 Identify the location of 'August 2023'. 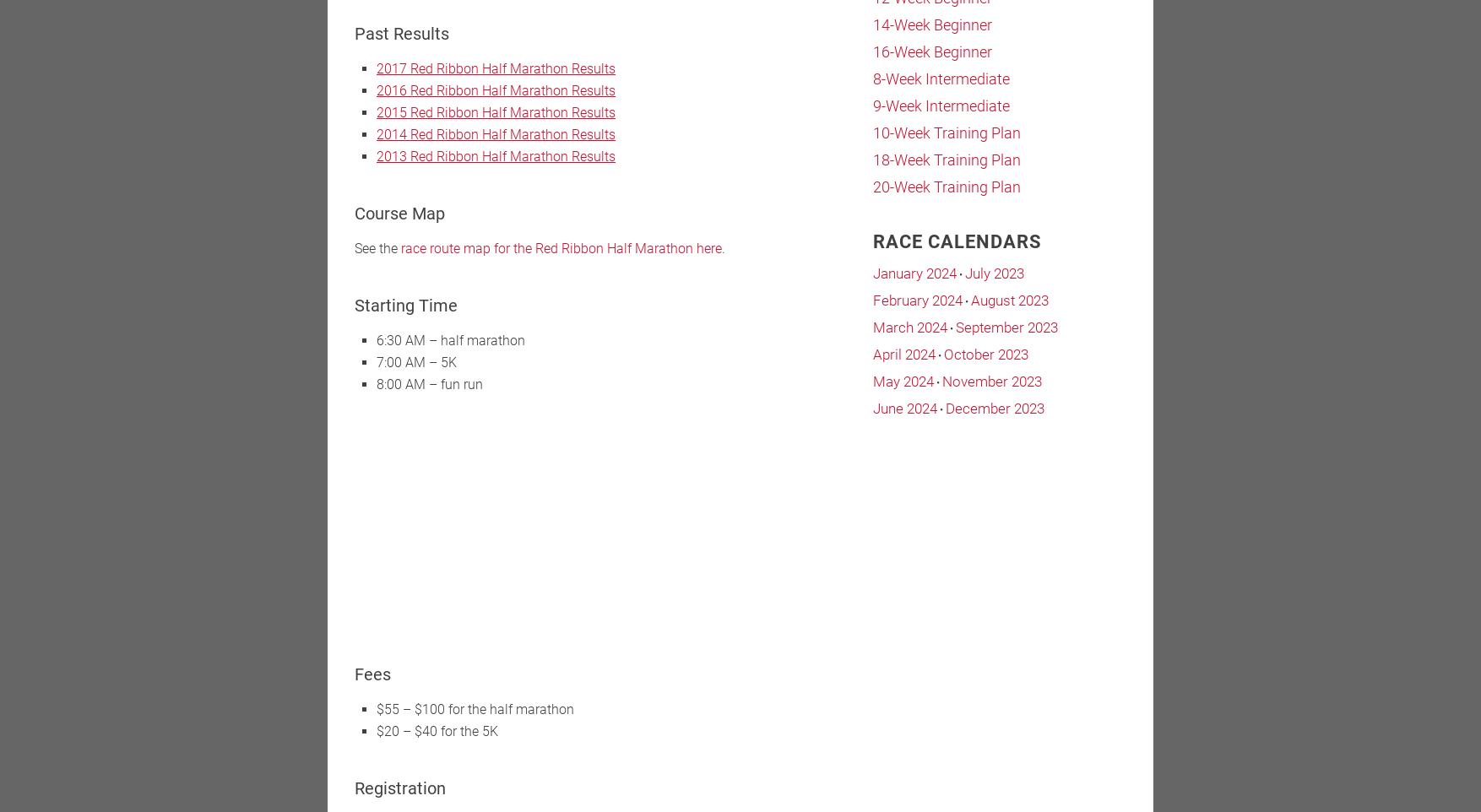
(1009, 300).